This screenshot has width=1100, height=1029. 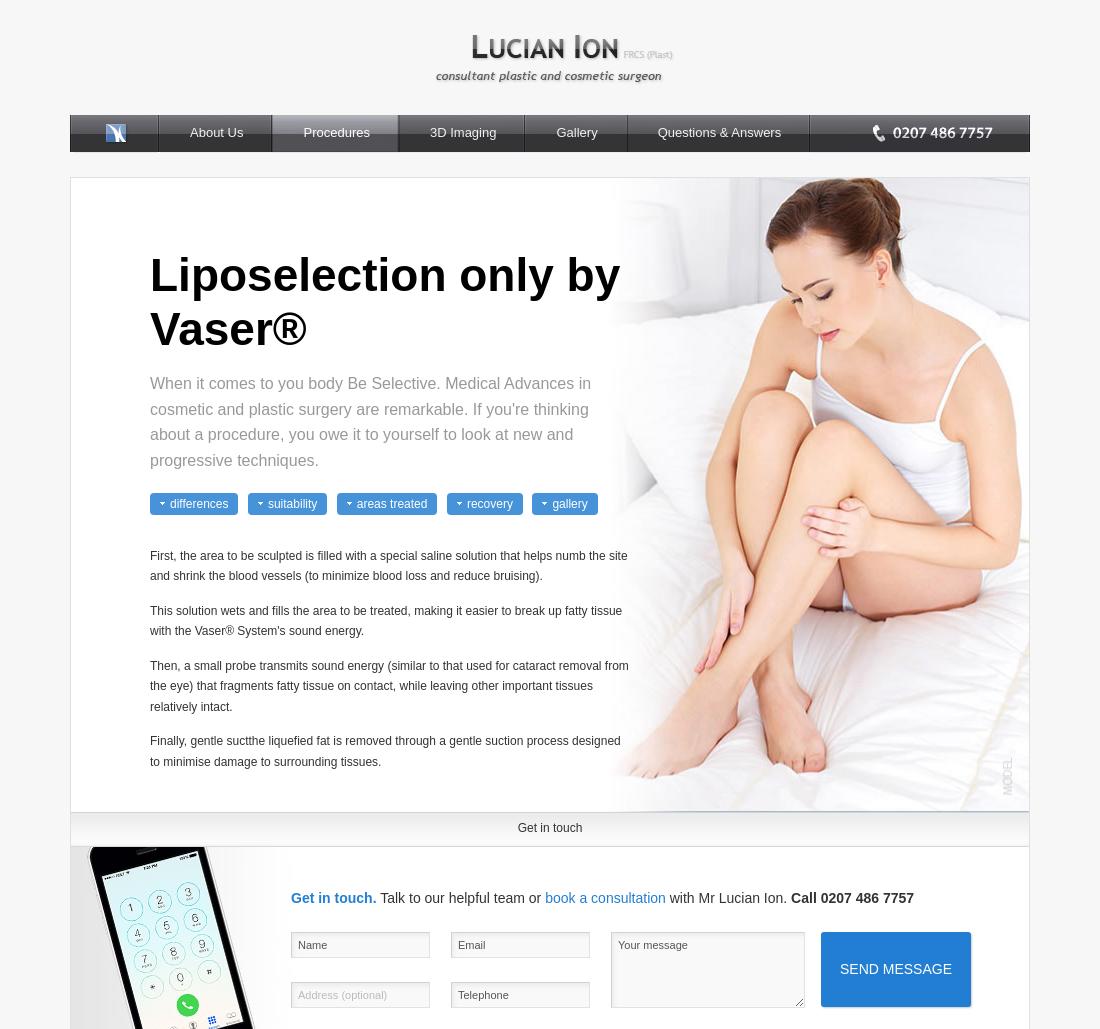 I want to click on 'First, the area to be sculpted is filled with a special saline solution that helps numb the site and shrink the blood vessels (to minimize blood loss and reduce bruising).', so click(x=388, y=564).